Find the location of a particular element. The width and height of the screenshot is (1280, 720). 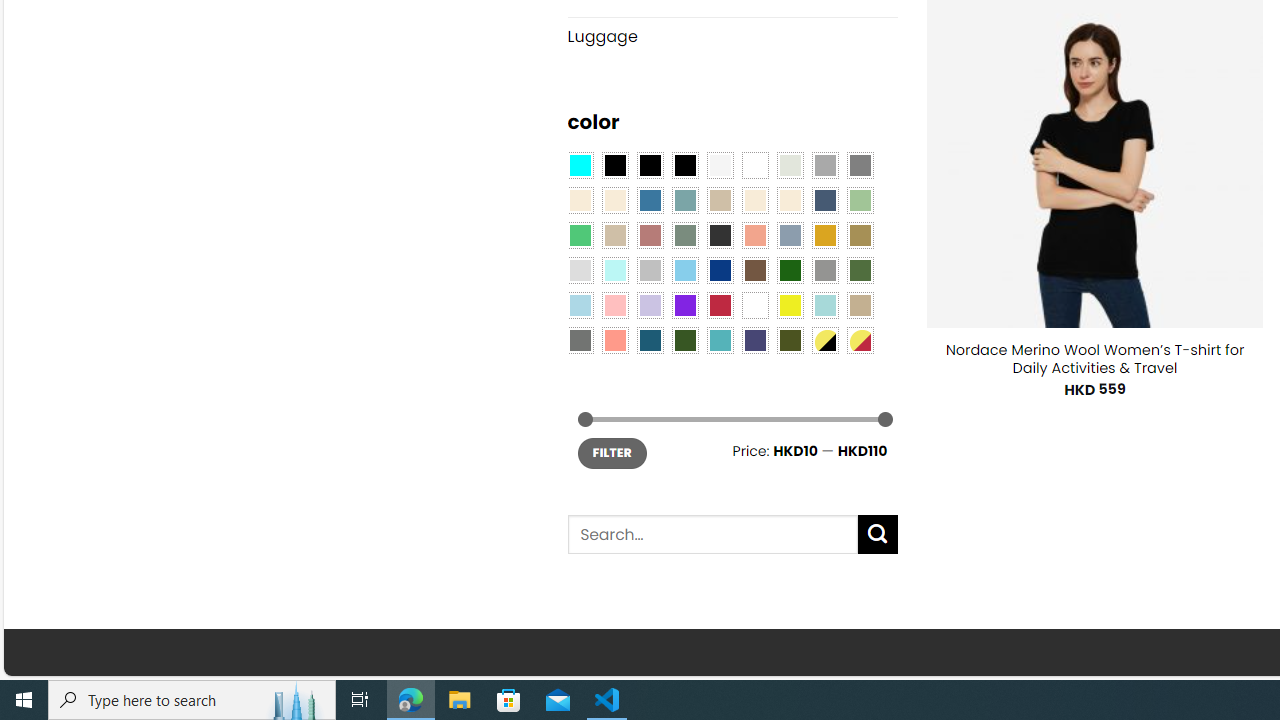

'Clear' is located at coordinates (754, 163).